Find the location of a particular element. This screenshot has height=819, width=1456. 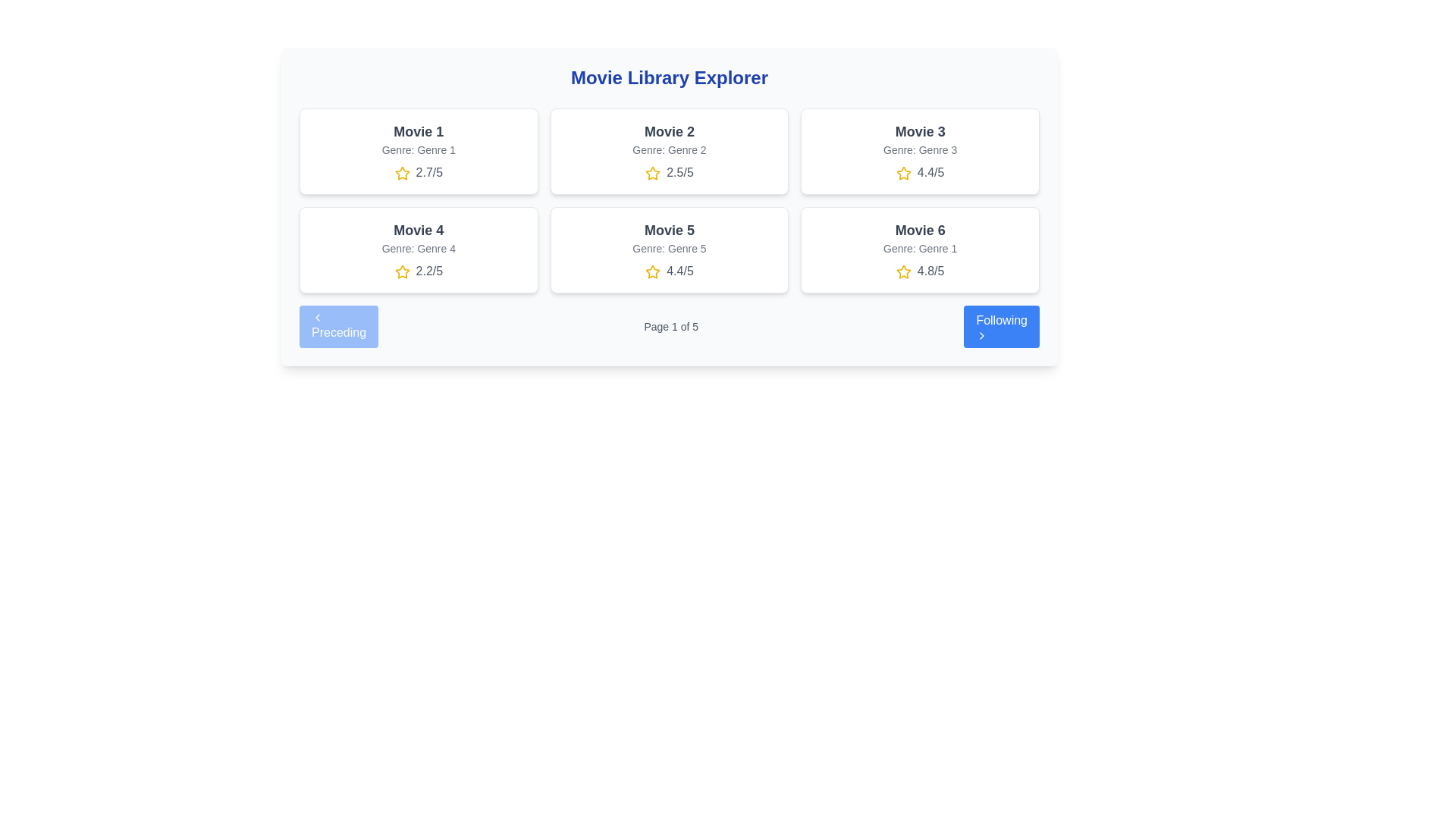

the fully filled yellow star icon representing ratings, located beneath the 'Movie 2' title in the movie cards grid is located at coordinates (653, 172).